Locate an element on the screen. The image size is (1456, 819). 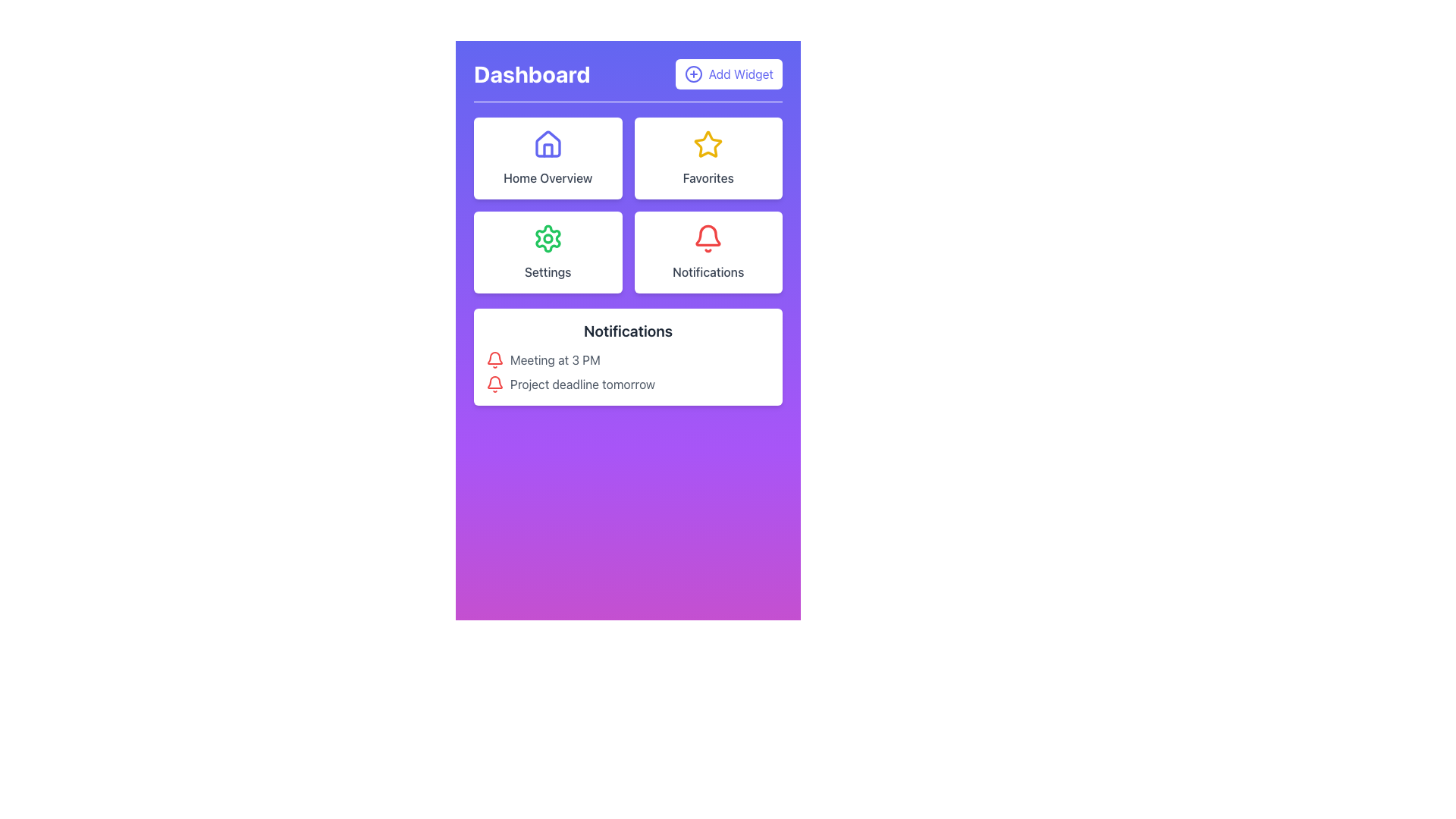
the 'Notifications' text label located at the bottom of a card interface, centered horizontally below the bell icon is located at coordinates (708, 271).